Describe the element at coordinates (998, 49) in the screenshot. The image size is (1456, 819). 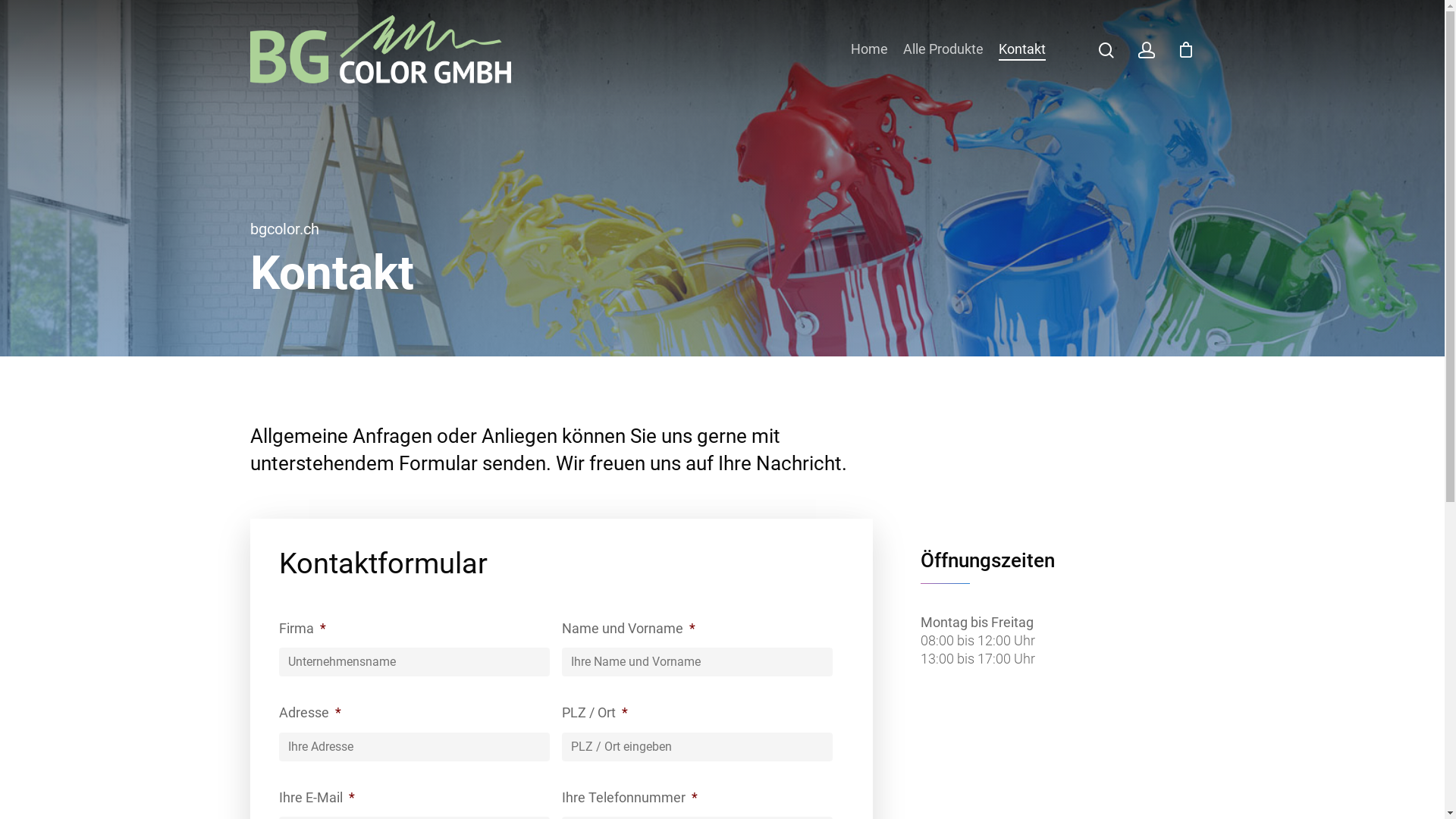
I see `'Kontakt'` at that location.